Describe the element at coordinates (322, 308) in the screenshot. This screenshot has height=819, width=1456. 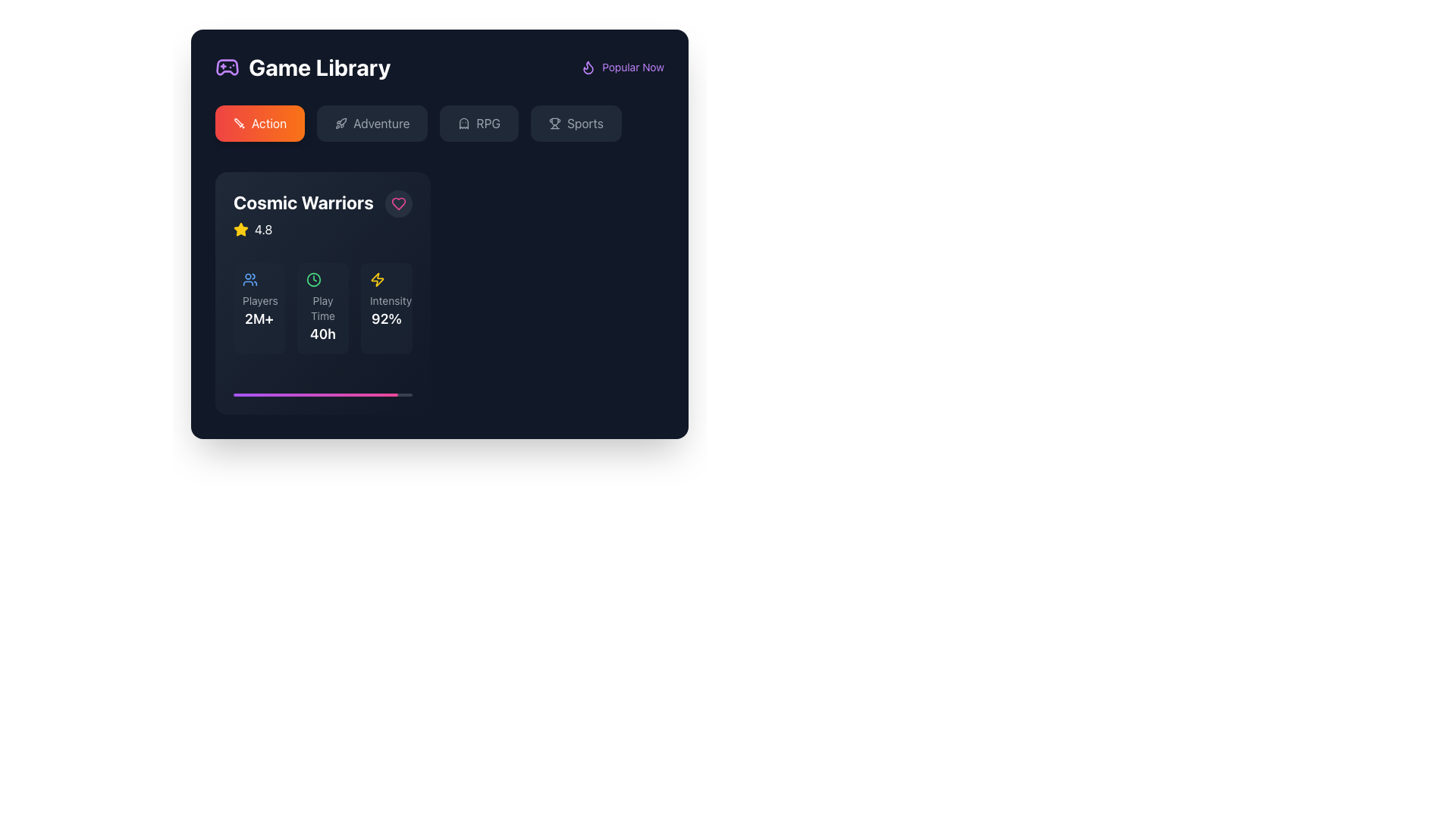
I see `the Informational display section containing metrics for the game 'Cosmic Warriors', located in the bottom half of the card` at that location.